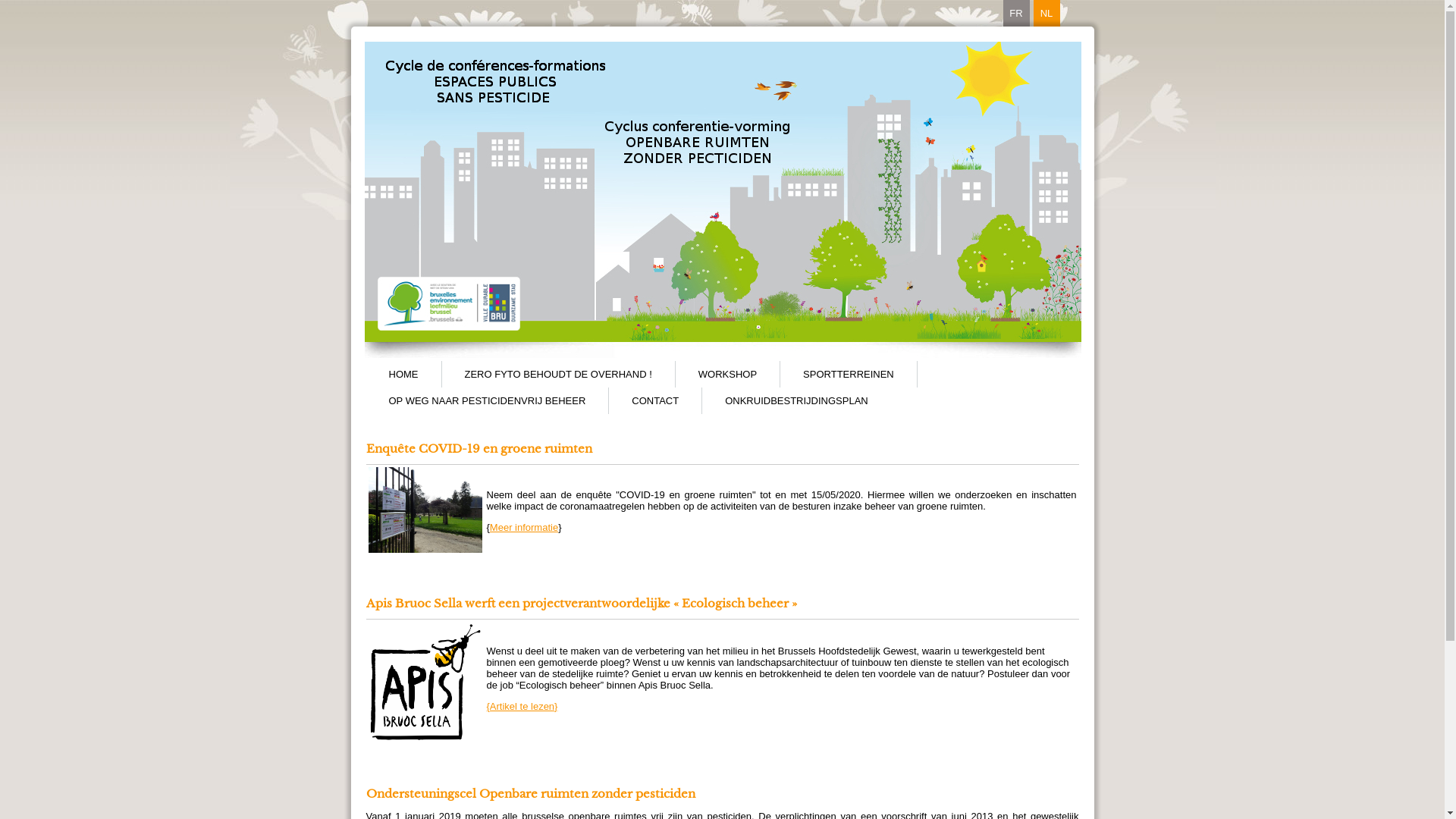  What do you see at coordinates (1015, 13) in the screenshot?
I see `'FR'` at bounding box center [1015, 13].